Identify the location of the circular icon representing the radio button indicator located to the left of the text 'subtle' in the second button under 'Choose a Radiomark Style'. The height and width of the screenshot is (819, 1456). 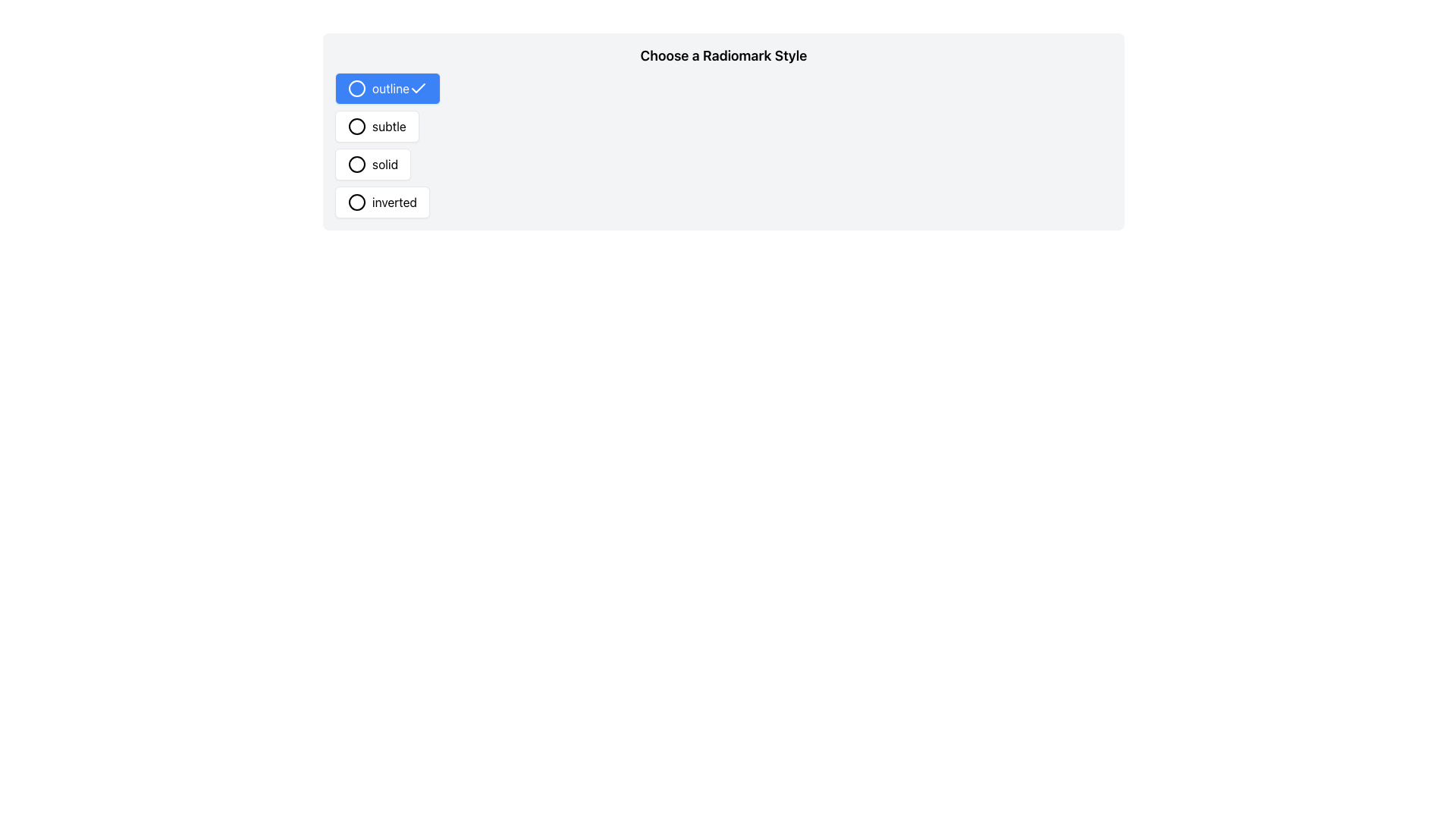
(356, 125).